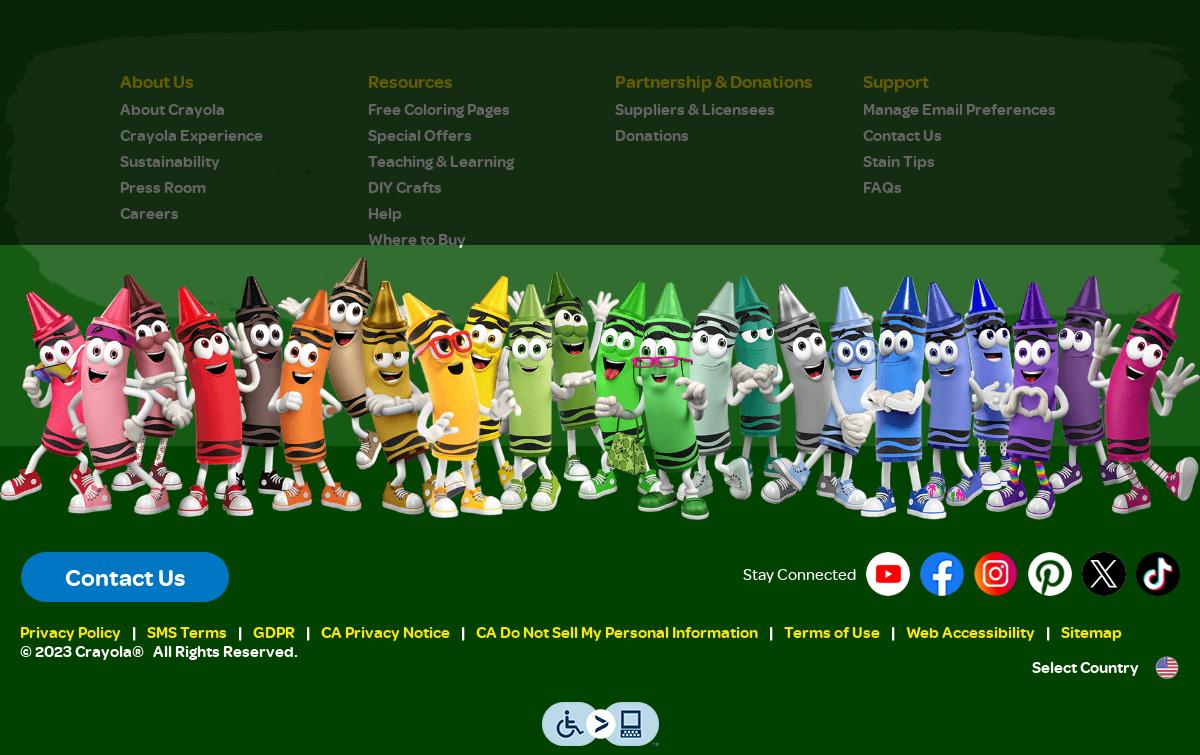 Image resolution: width=1200 pixels, height=755 pixels. Describe the element at coordinates (651, 134) in the screenshot. I see `'Donations'` at that location.